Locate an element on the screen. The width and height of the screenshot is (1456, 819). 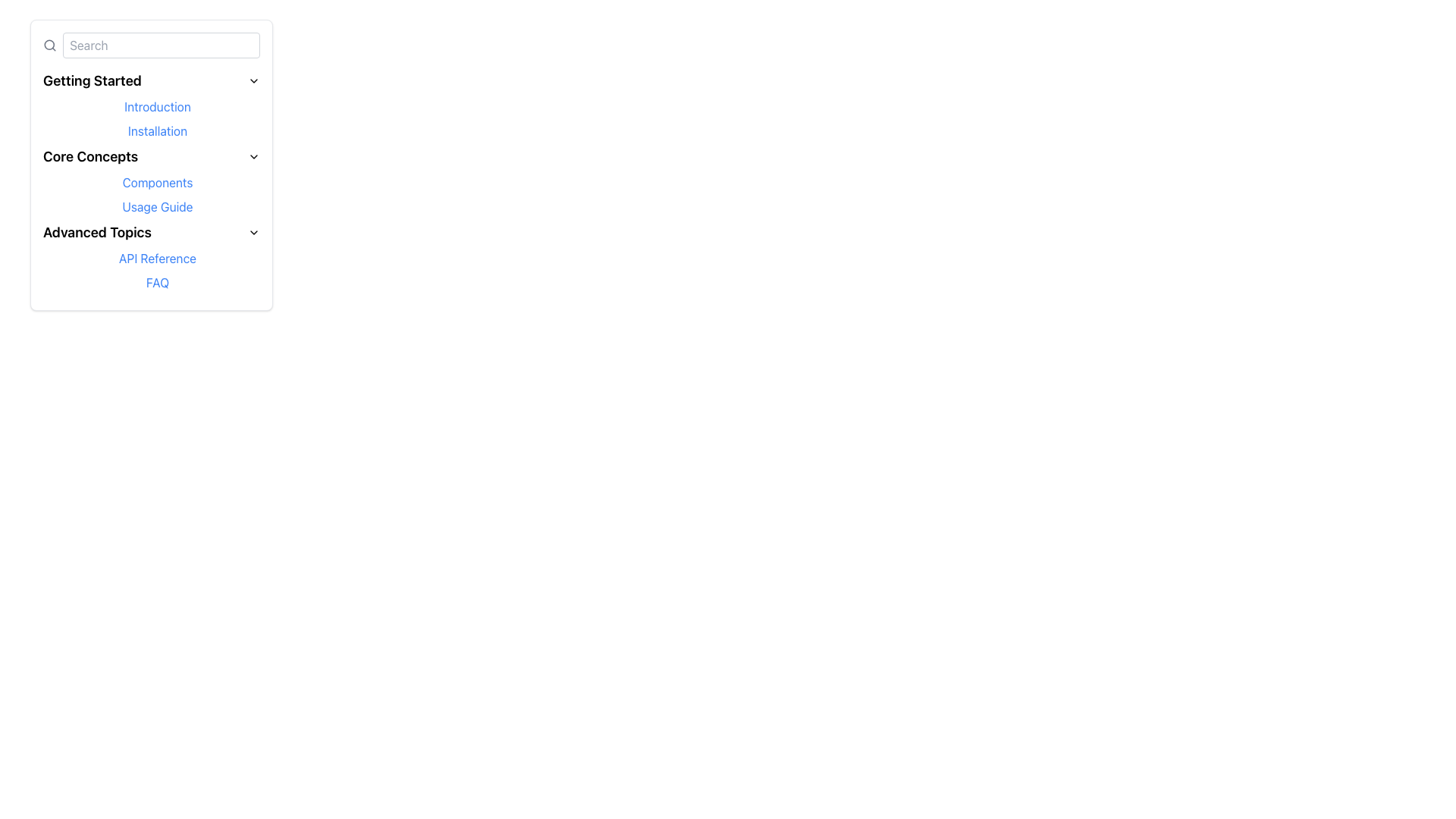
the first hyperlink under the 'Getting Started' section in the navigation menu is located at coordinates (157, 106).